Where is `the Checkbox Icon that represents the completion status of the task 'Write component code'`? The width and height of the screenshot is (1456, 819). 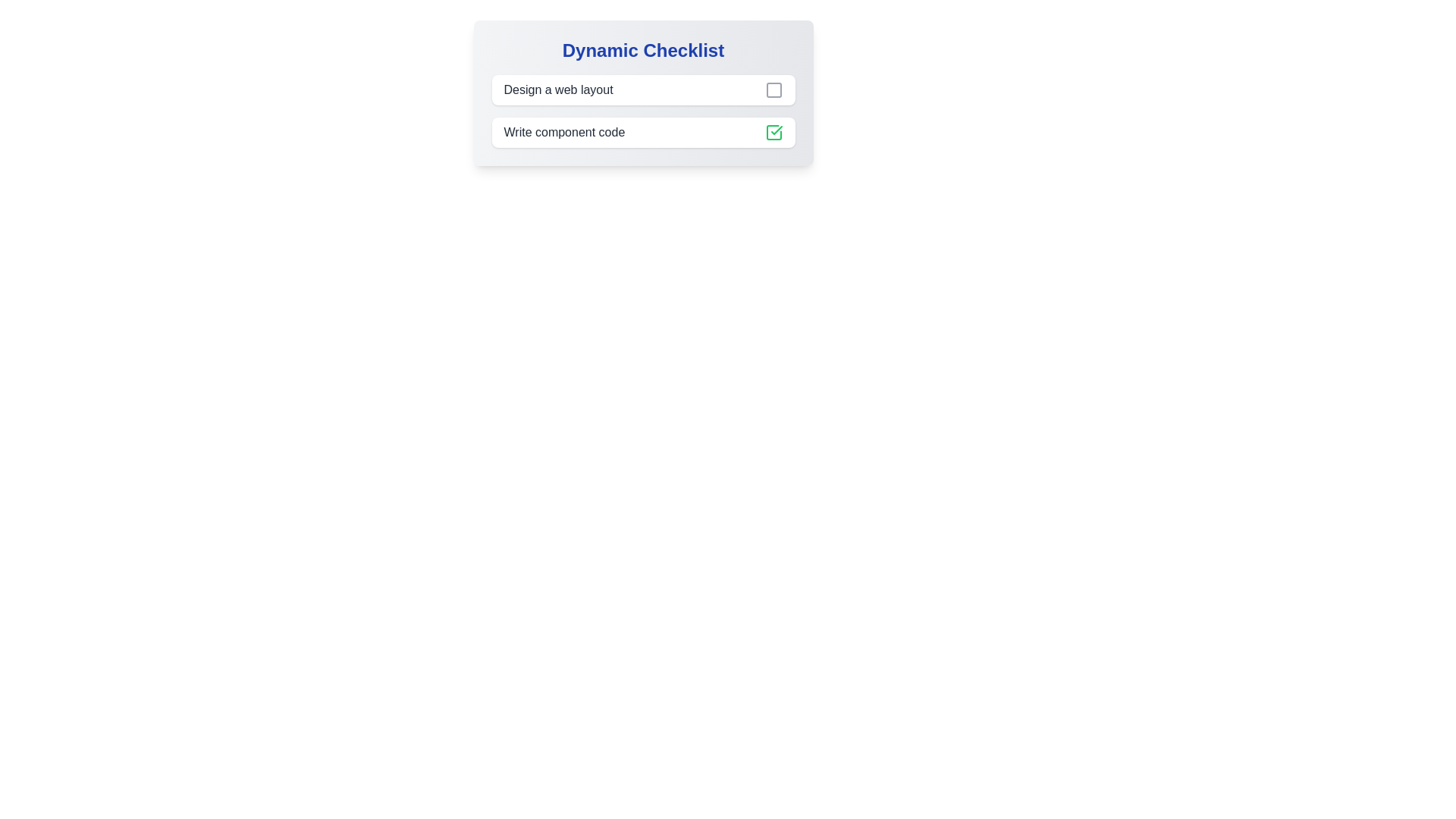 the Checkbox Icon that represents the completion status of the task 'Write component code' is located at coordinates (773, 131).